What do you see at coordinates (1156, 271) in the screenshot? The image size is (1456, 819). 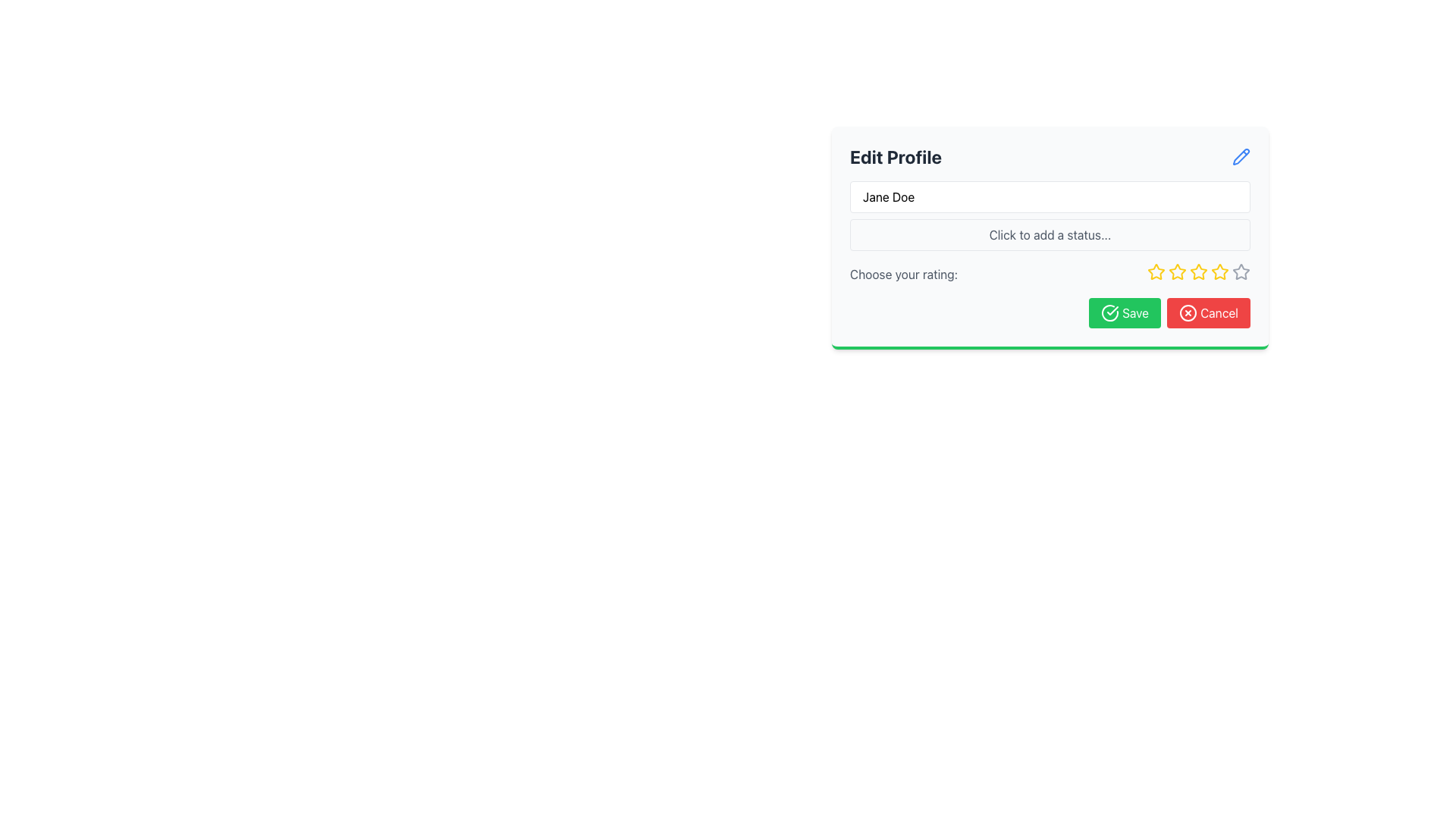 I see `the second star` at bounding box center [1156, 271].